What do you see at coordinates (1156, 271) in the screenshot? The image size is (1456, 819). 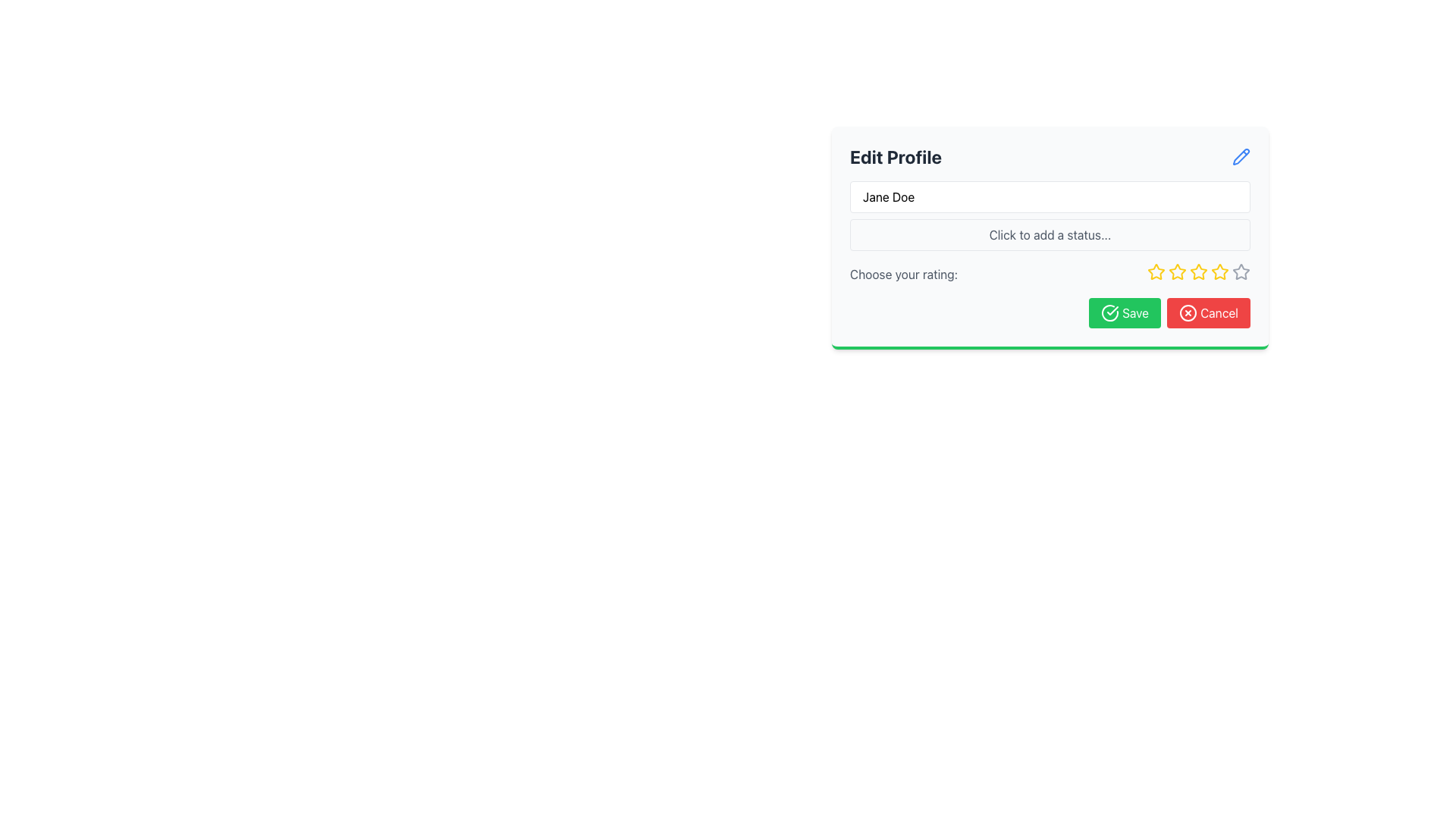 I see `the second star` at bounding box center [1156, 271].